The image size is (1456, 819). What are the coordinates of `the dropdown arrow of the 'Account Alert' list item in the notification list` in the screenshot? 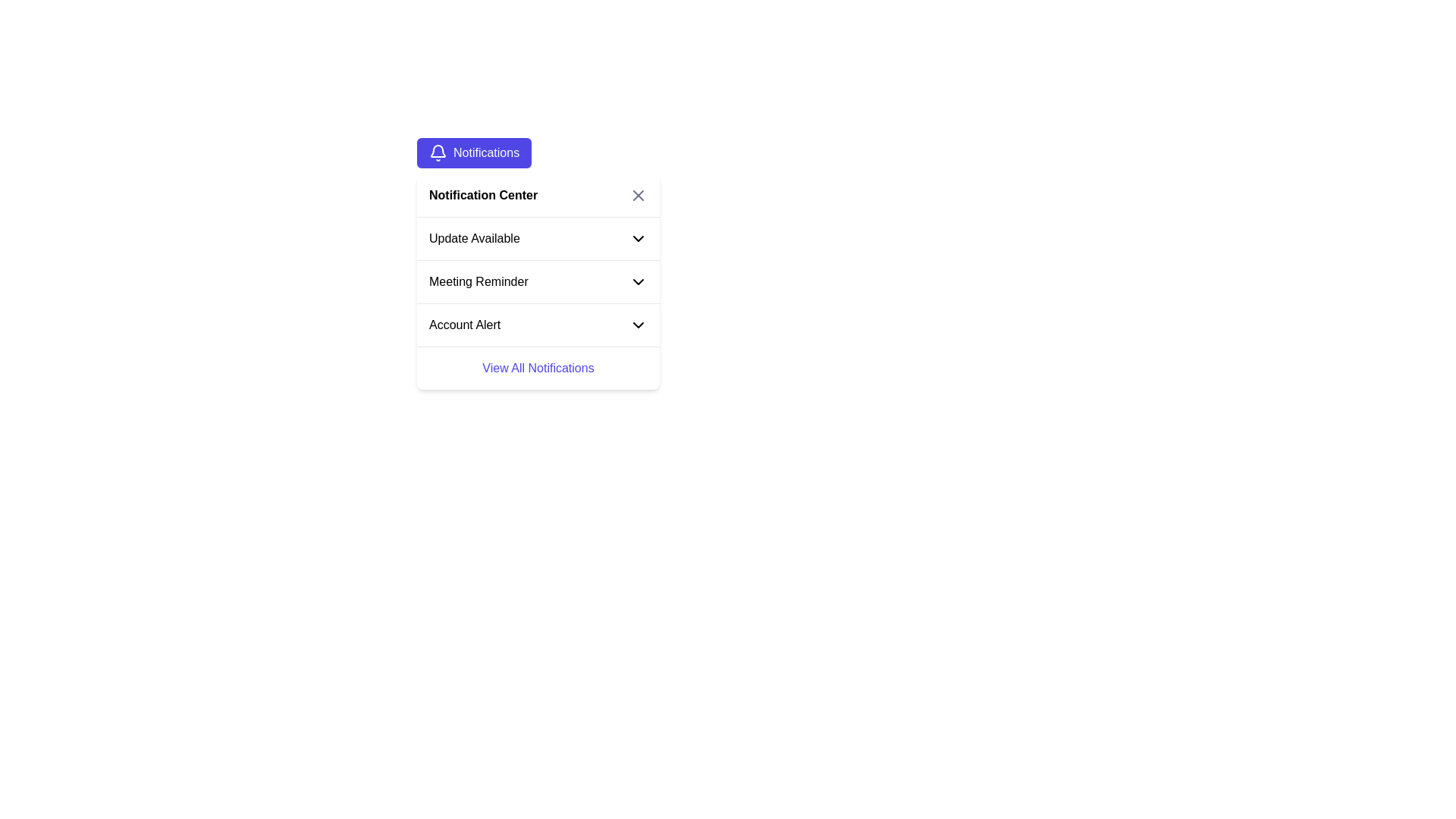 It's located at (607, 311).